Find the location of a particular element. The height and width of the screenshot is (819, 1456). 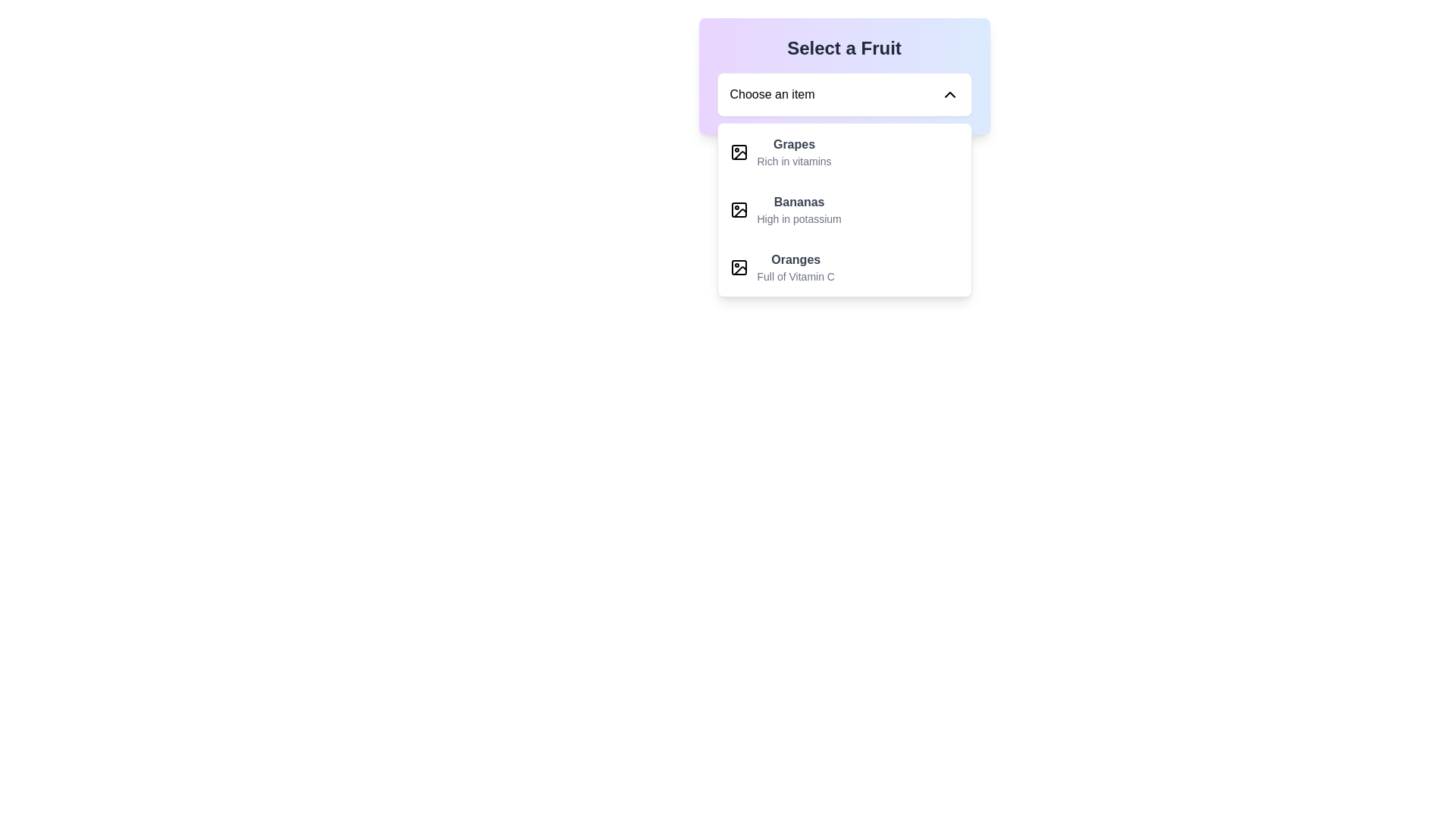

the dropdown menu labeled 'Choose an item' to select an item from the list is located at coordinates (843, 94).